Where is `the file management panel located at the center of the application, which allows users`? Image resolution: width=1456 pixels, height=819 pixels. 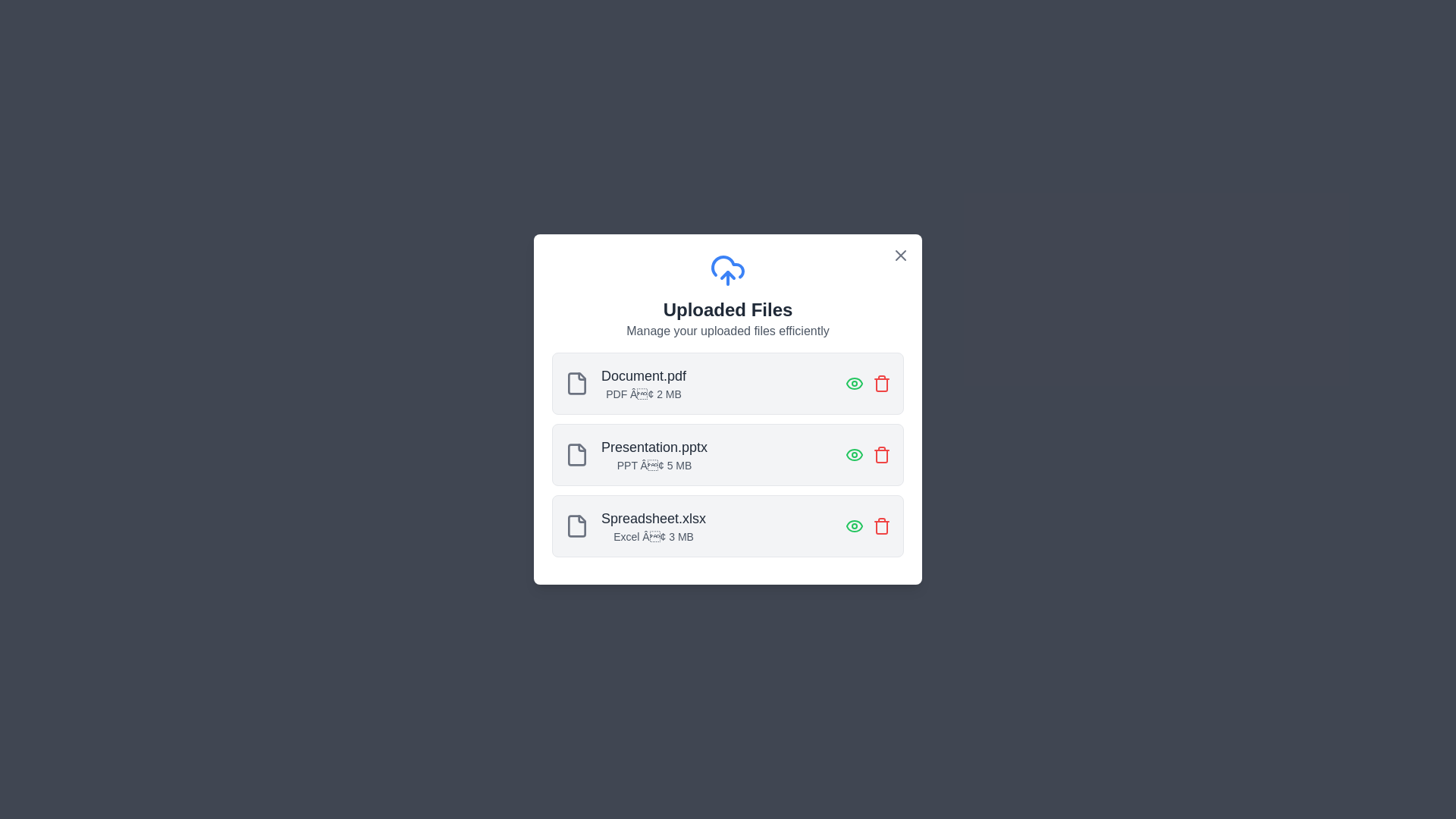
the file management panel located at the center of the application, which allows users is located at coordinates (728, 409).